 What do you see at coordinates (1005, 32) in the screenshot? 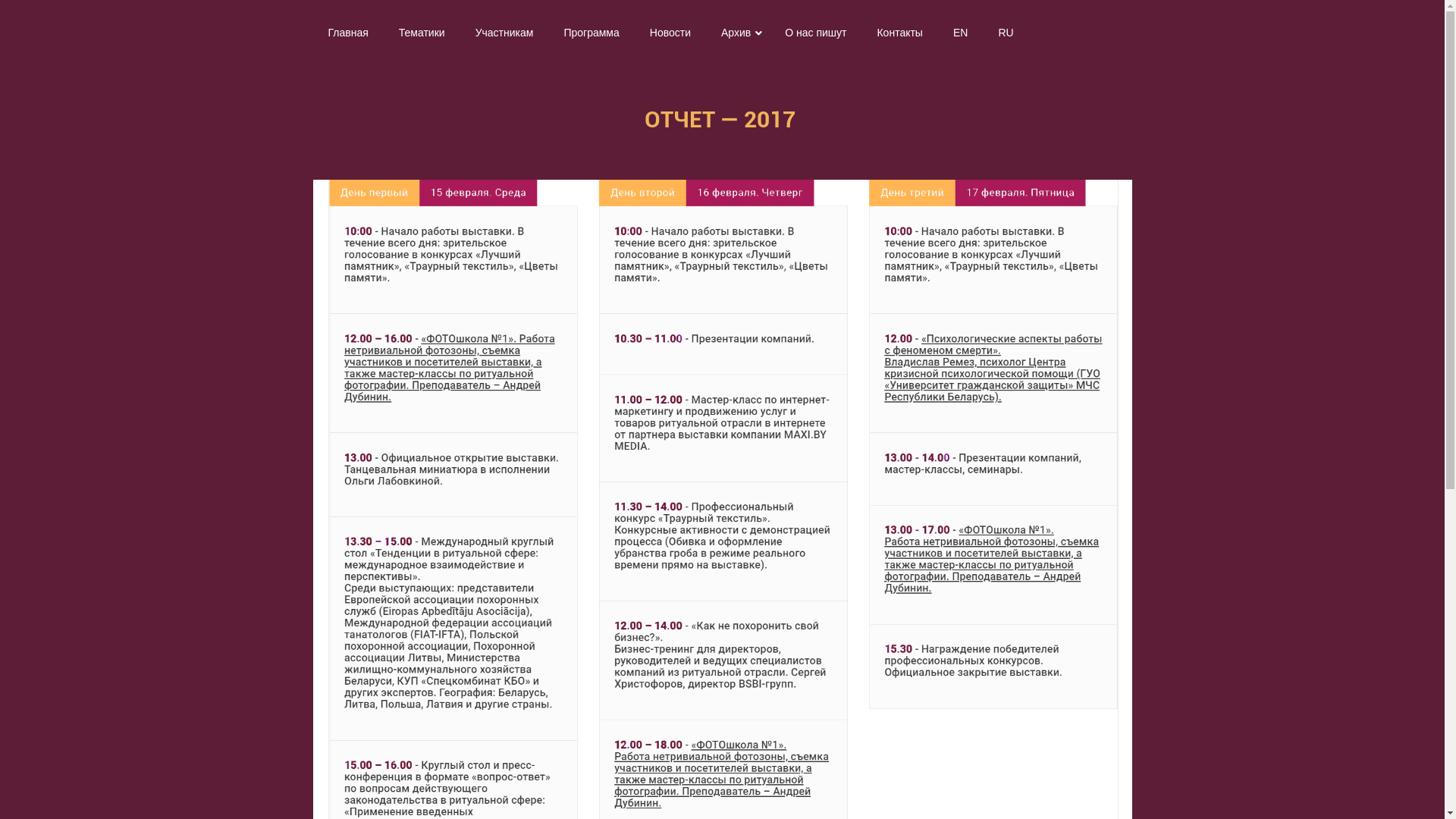
I see `'RU'` at bounding box center [1005, 32].